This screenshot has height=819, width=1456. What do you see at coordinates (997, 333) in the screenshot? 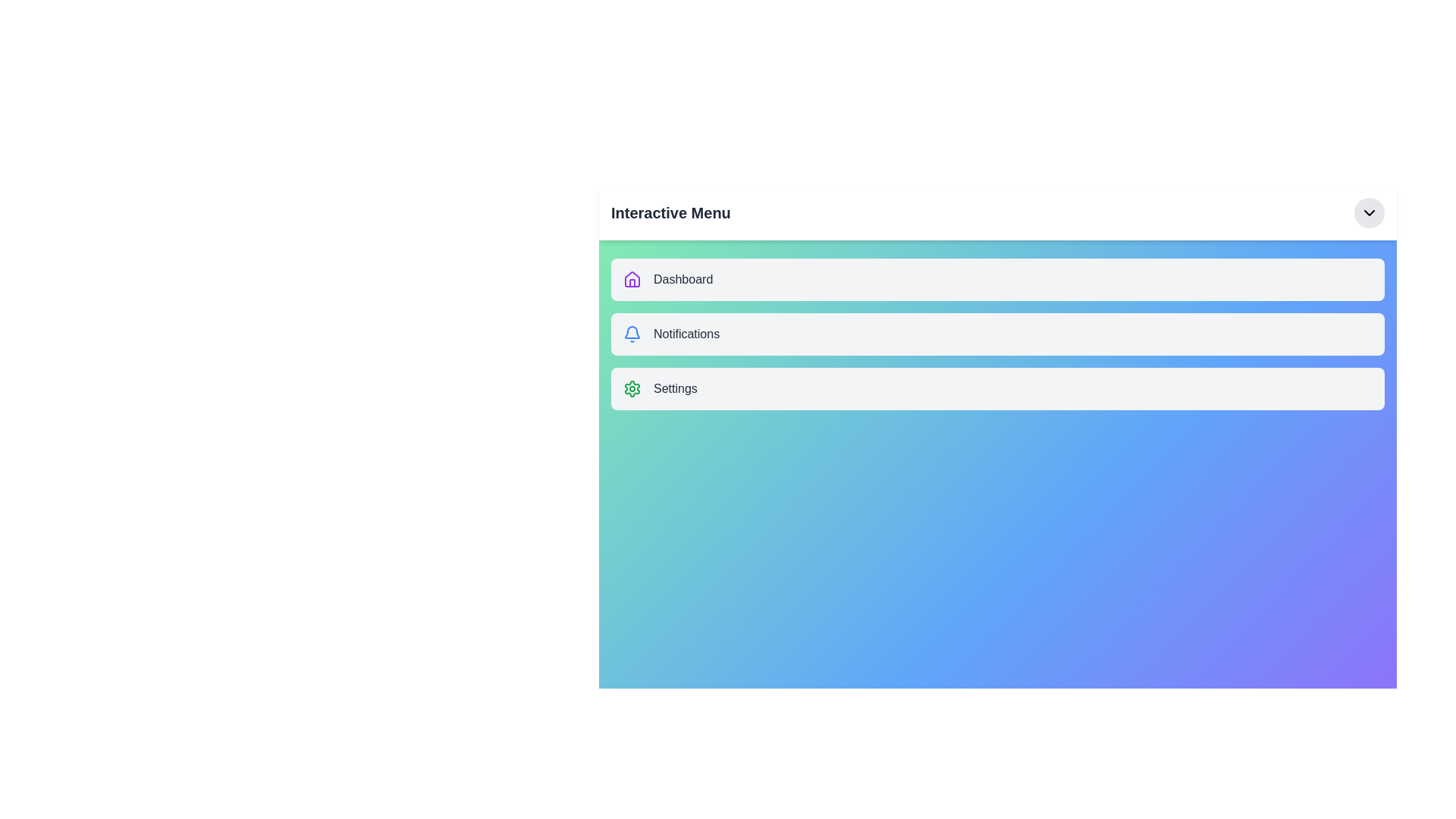
I see `the menu item Notifications to observe its hover effect` at bounding box center [997, 333].